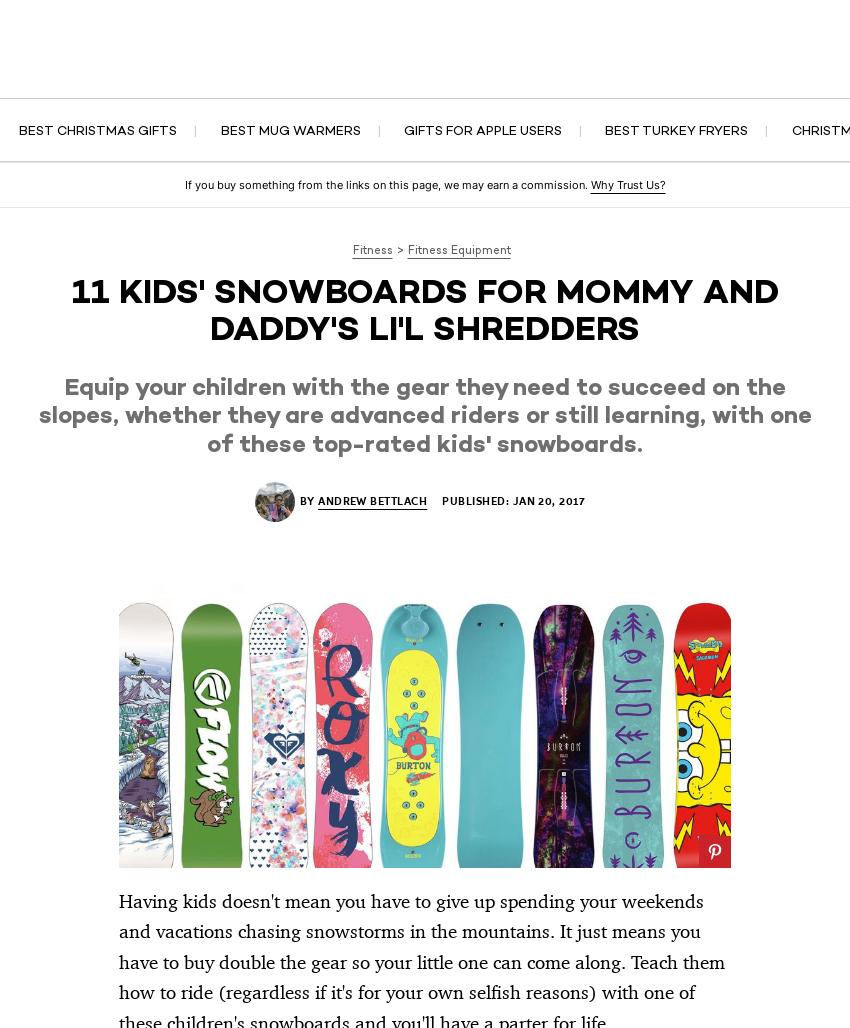 Image resolution: width=850 pixels, height=1028 pixels. Describe the element at coordinates (92, 70) in the screenshot. I see `'Tech'` at that location.